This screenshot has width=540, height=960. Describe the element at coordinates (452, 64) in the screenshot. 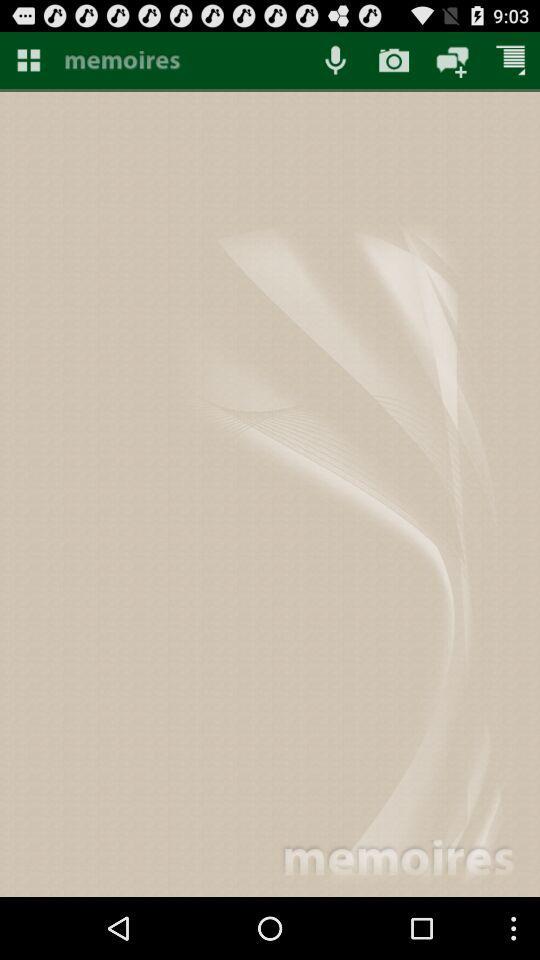

I see `the chat icon` at that location.